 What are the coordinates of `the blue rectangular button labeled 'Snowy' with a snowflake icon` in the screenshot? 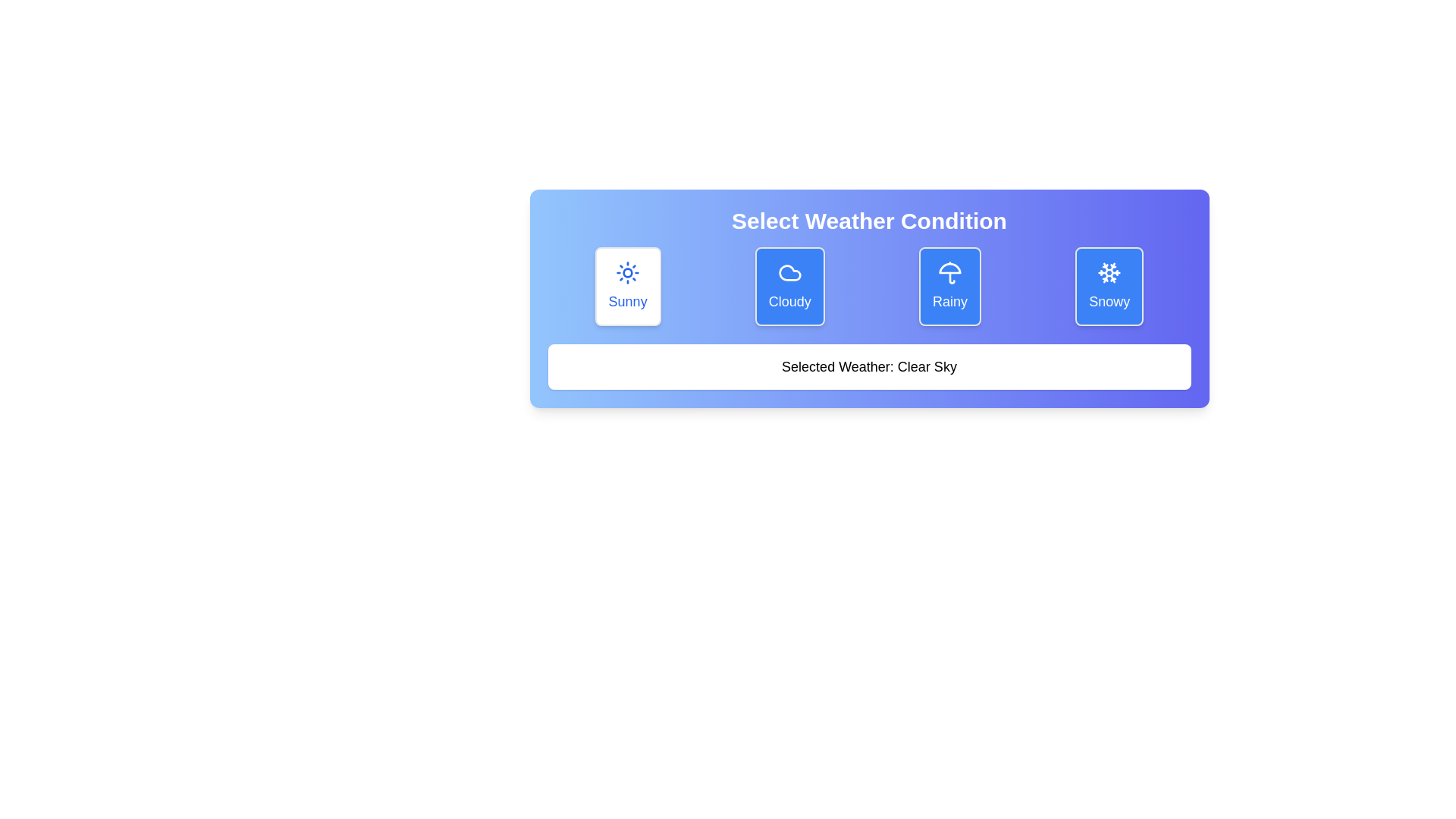 It's located at (1109, 287).